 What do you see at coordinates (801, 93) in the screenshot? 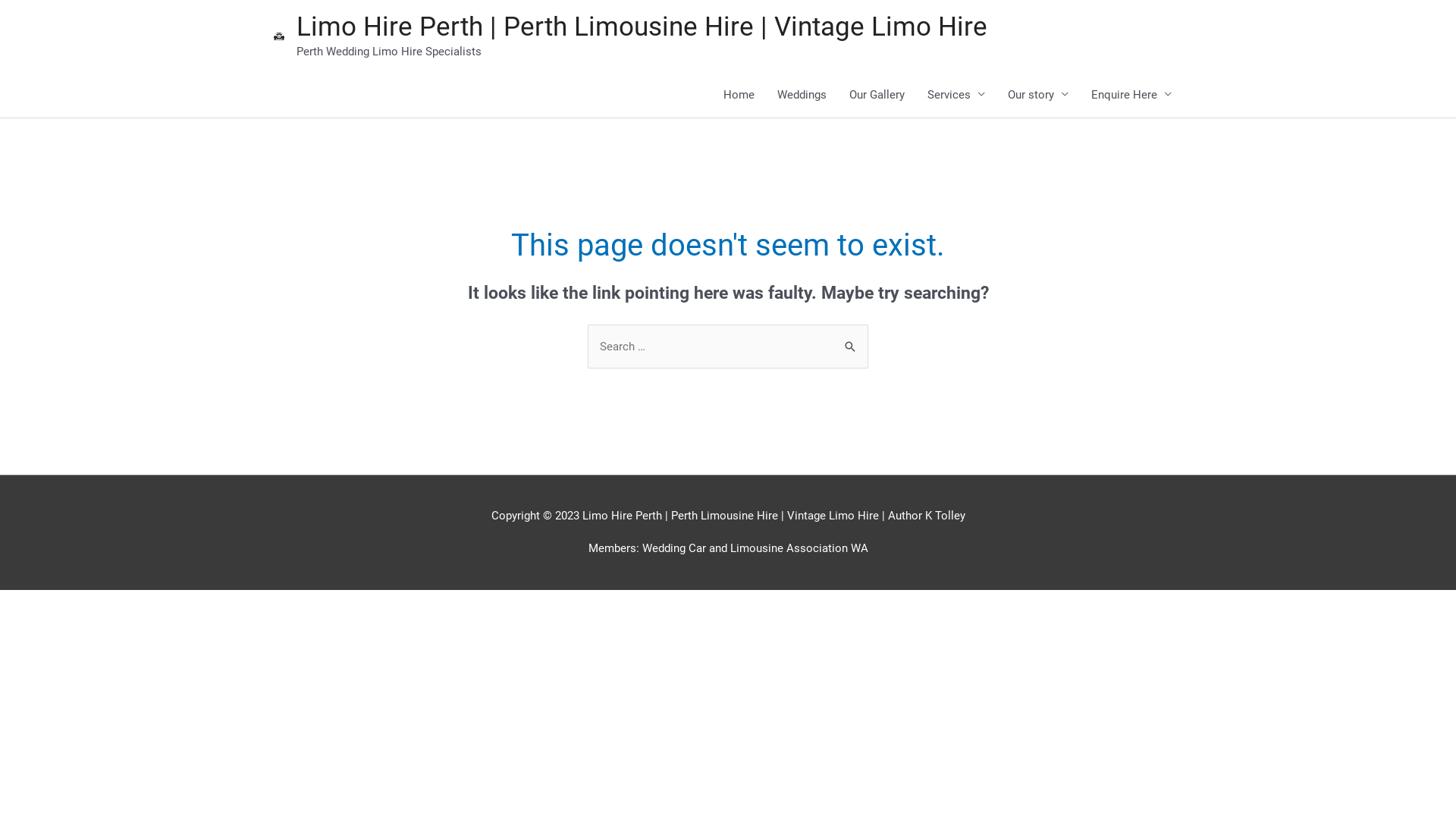
I see `'Weddings'` at bounding box center [801, 93].